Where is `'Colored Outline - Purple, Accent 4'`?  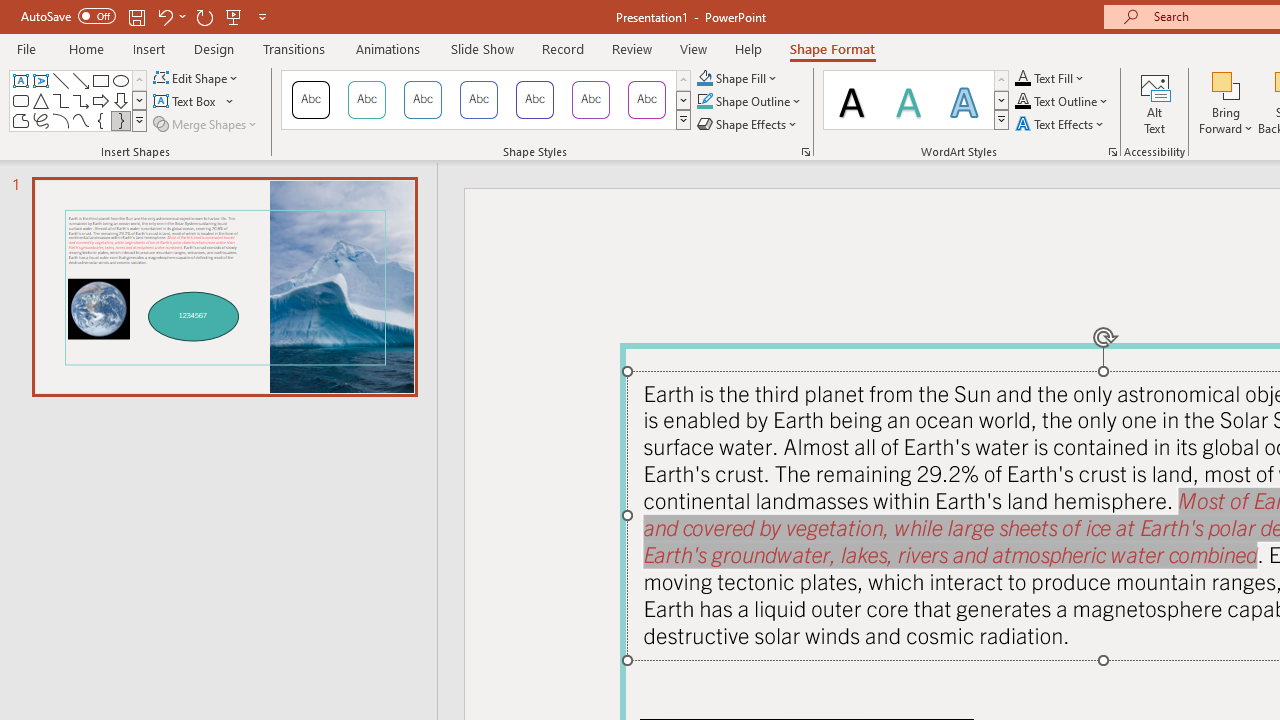
'Colored Outline - Purple, Accent 4' is located at coordinates (535, 100).